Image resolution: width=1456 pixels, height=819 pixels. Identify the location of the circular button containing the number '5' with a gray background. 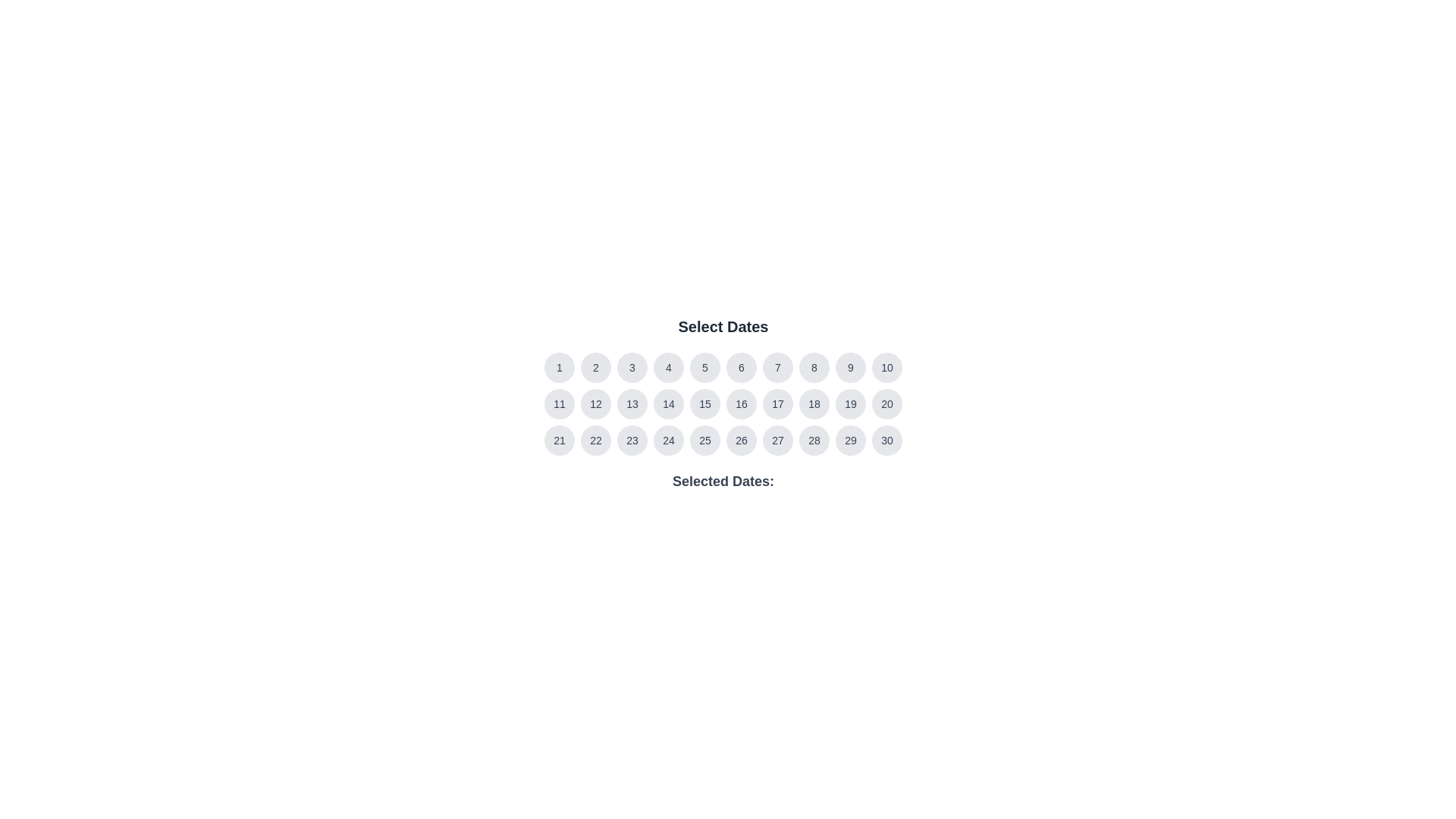
(704, 368).